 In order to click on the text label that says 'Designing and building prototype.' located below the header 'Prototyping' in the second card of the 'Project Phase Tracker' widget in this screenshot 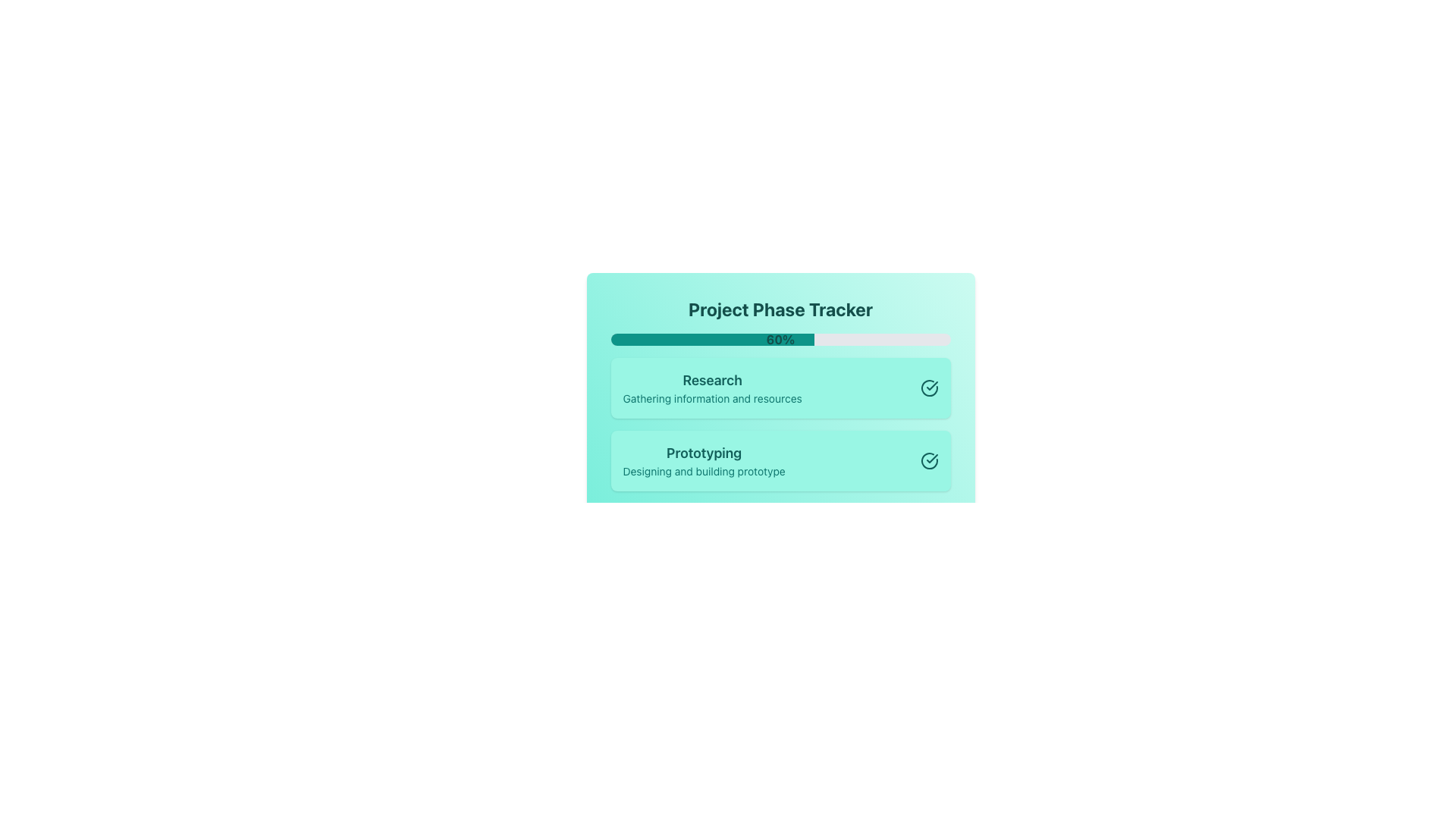, I will do `click(703, 470)`.